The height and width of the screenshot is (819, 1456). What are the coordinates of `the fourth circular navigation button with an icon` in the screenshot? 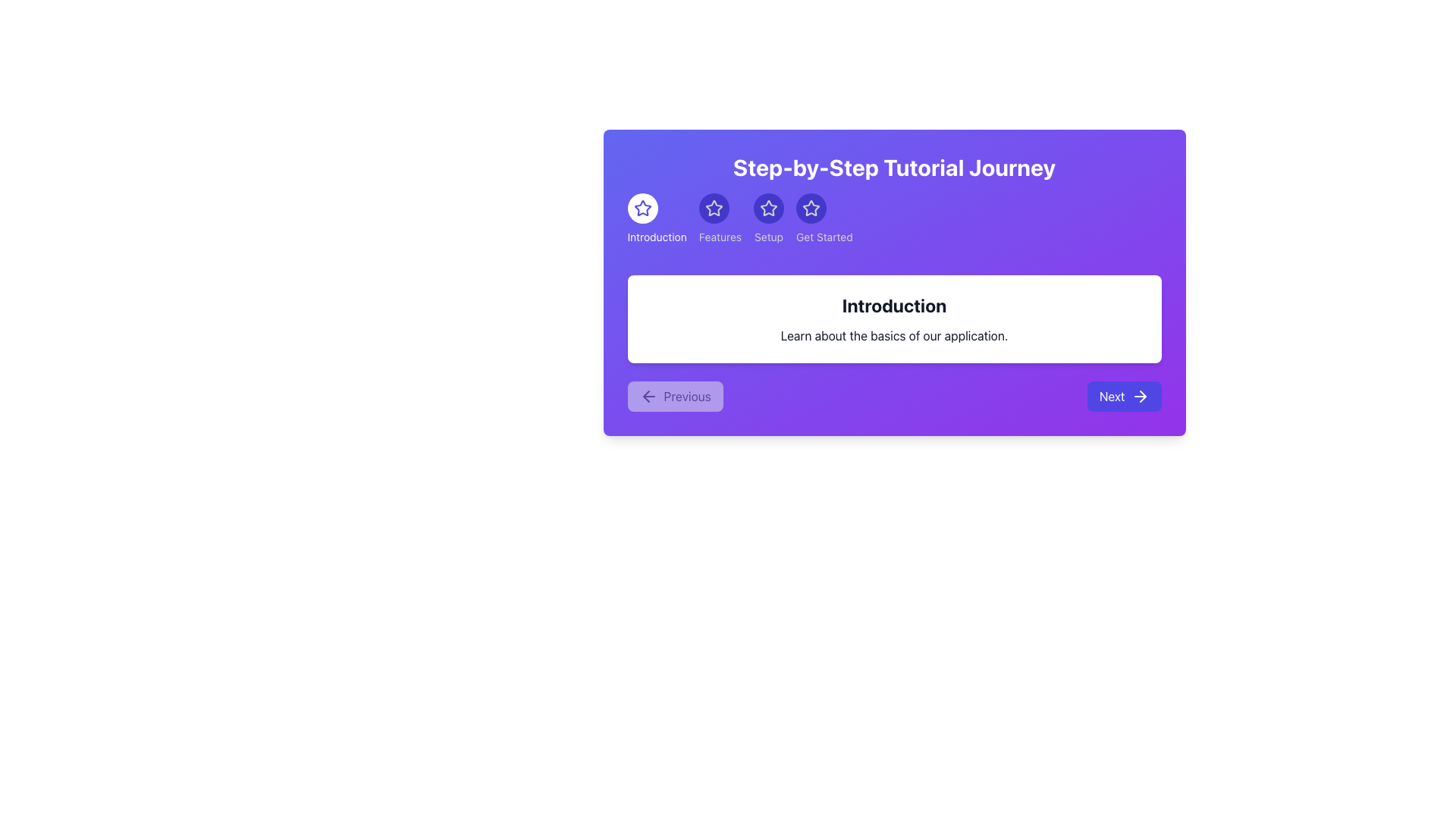 It's located at (811, 208).